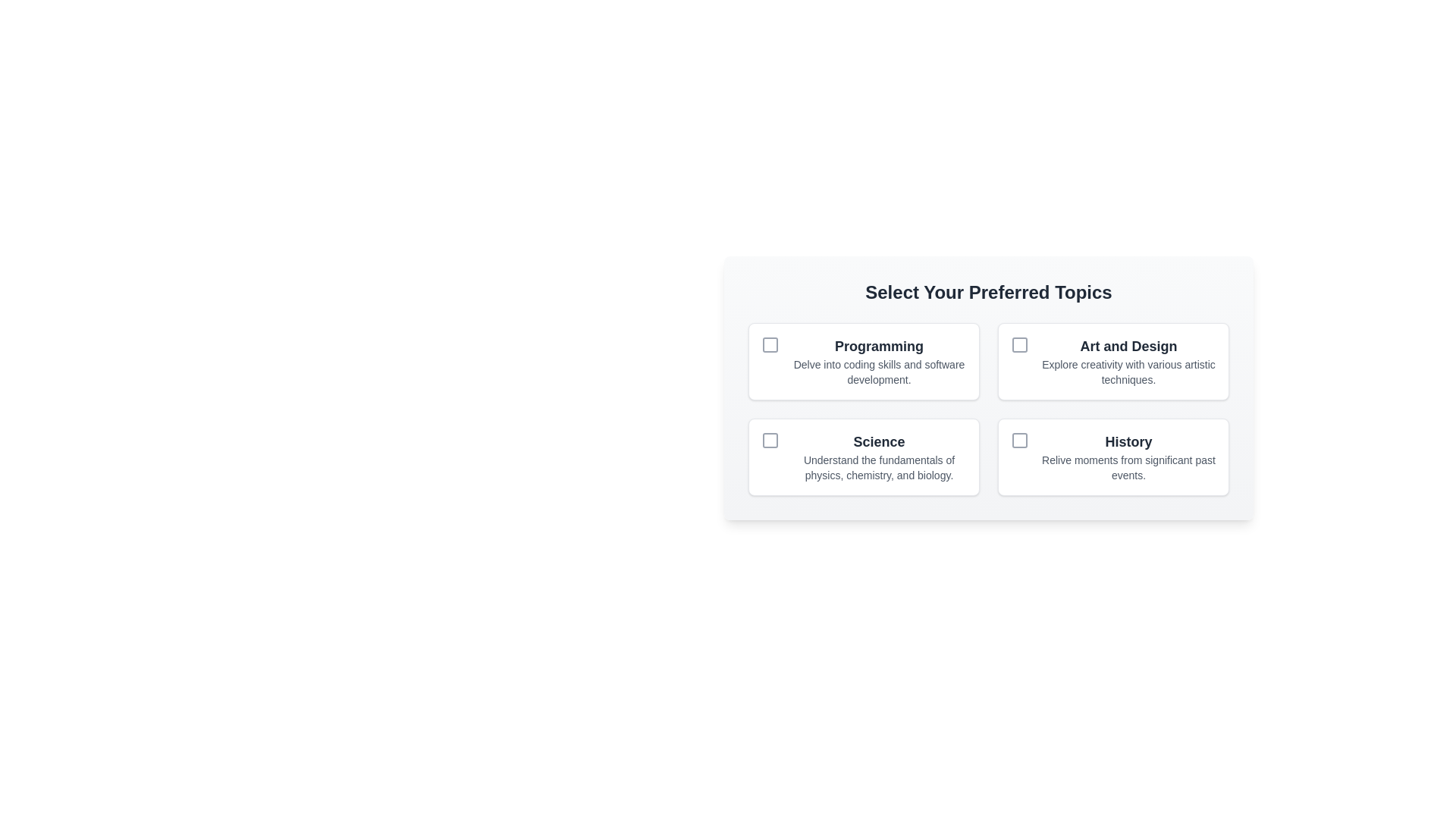 This screenshot has height=819, width=1456. What do you see at coordinates (879, 467) in the screenshot?
I see `the text label reading 'Understand the fundamentals of physics, chemistry, and biology.', which is styled with a smaller font size and gray color, positioned directly below the 'Science' heading in a rectangular card layout` at bounding box center [879, 467].